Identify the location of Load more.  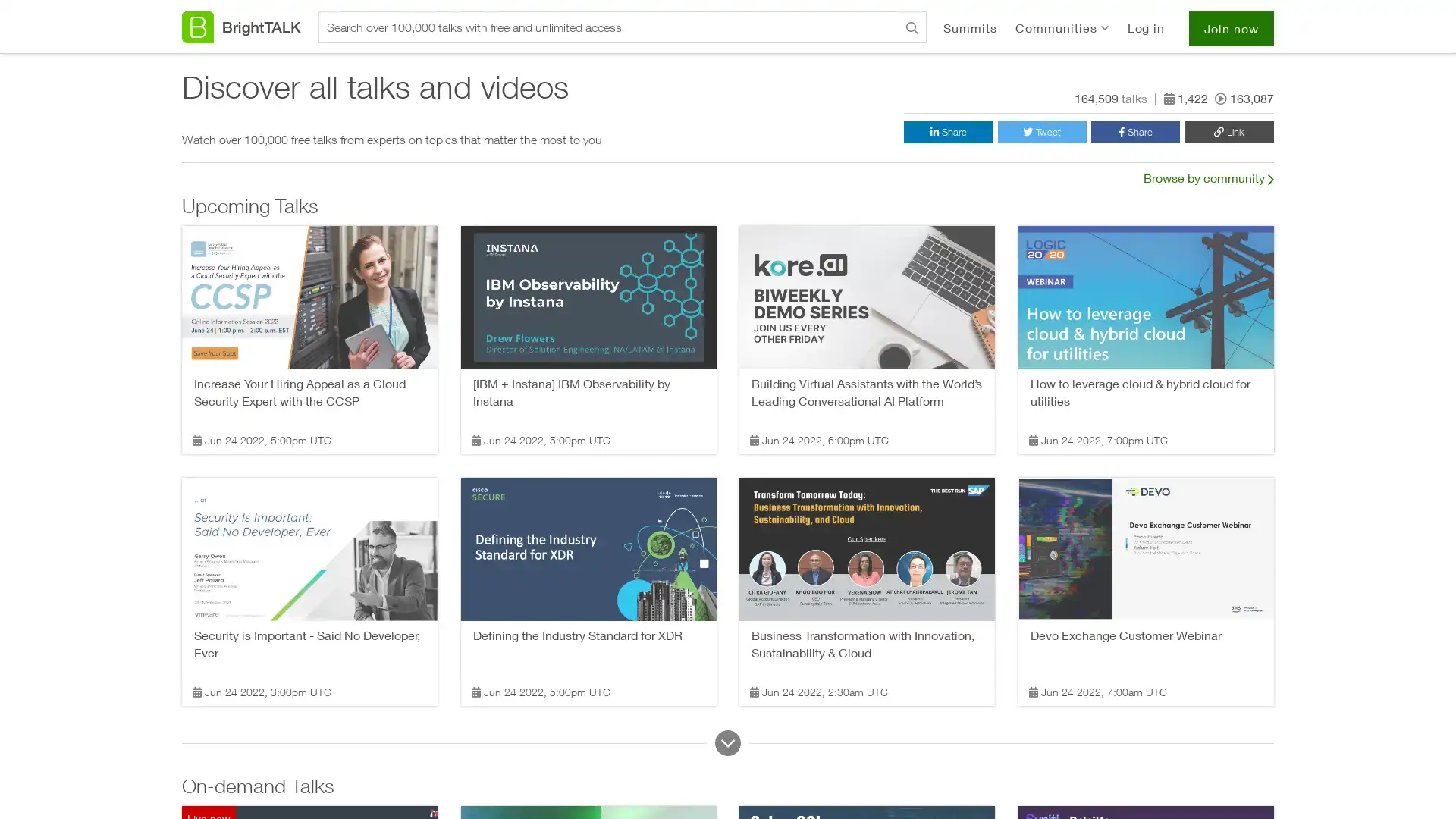
(728, 742).